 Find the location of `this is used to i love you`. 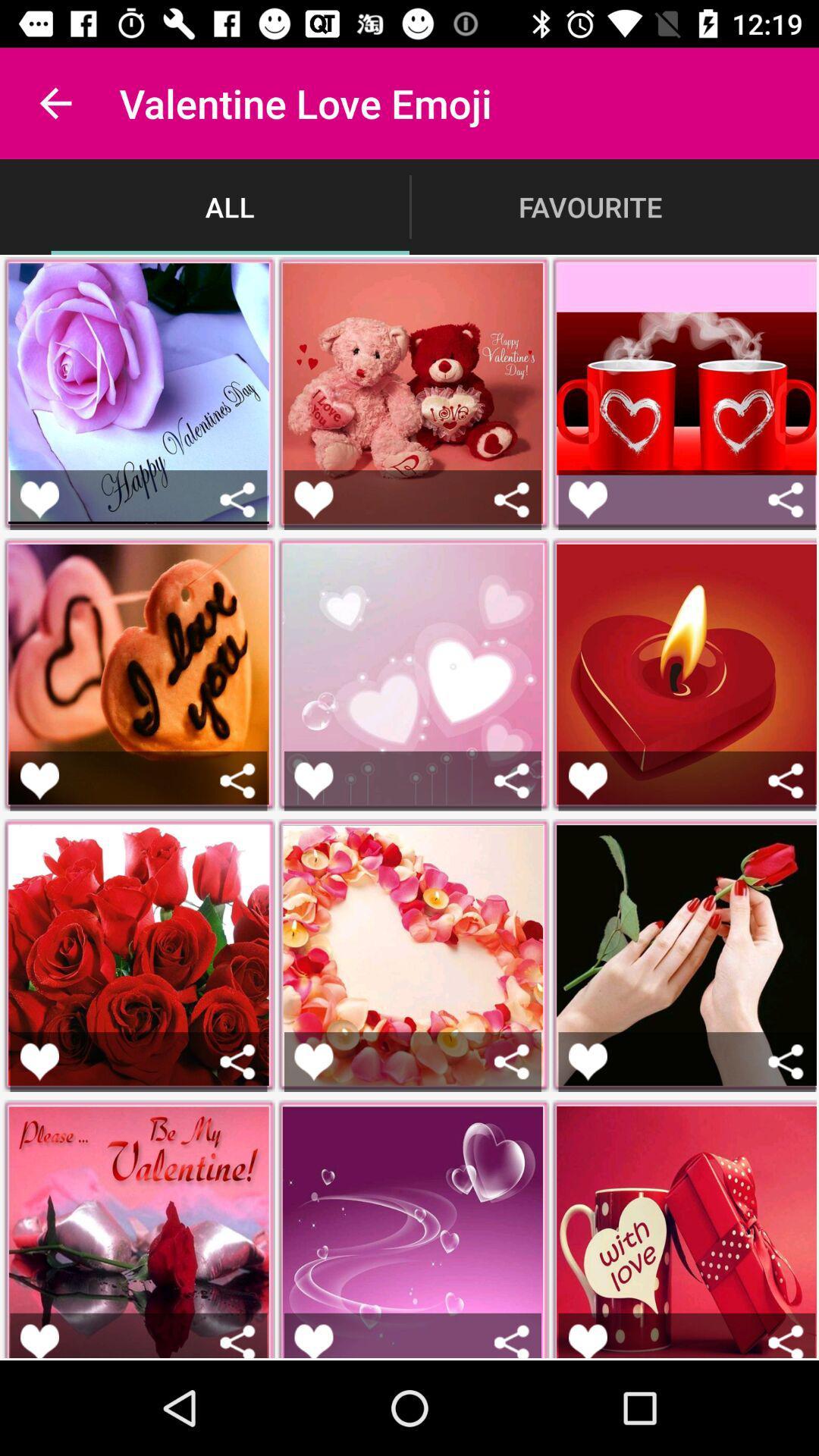

this is used to i love you is located at coordinates (39, 780).